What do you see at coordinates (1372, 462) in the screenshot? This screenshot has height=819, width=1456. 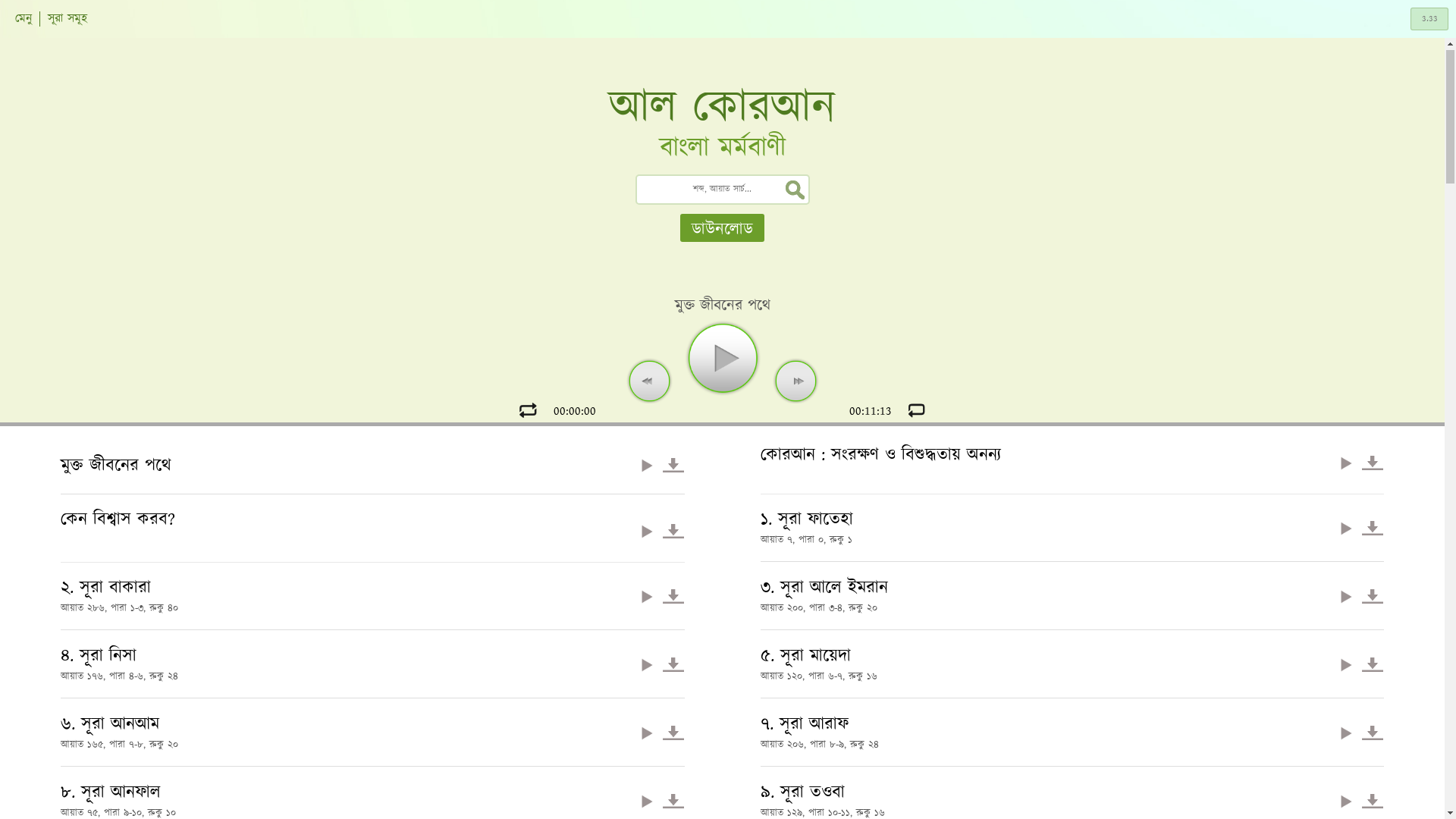 I see `'Download'` at bounding box center [1372, 462].